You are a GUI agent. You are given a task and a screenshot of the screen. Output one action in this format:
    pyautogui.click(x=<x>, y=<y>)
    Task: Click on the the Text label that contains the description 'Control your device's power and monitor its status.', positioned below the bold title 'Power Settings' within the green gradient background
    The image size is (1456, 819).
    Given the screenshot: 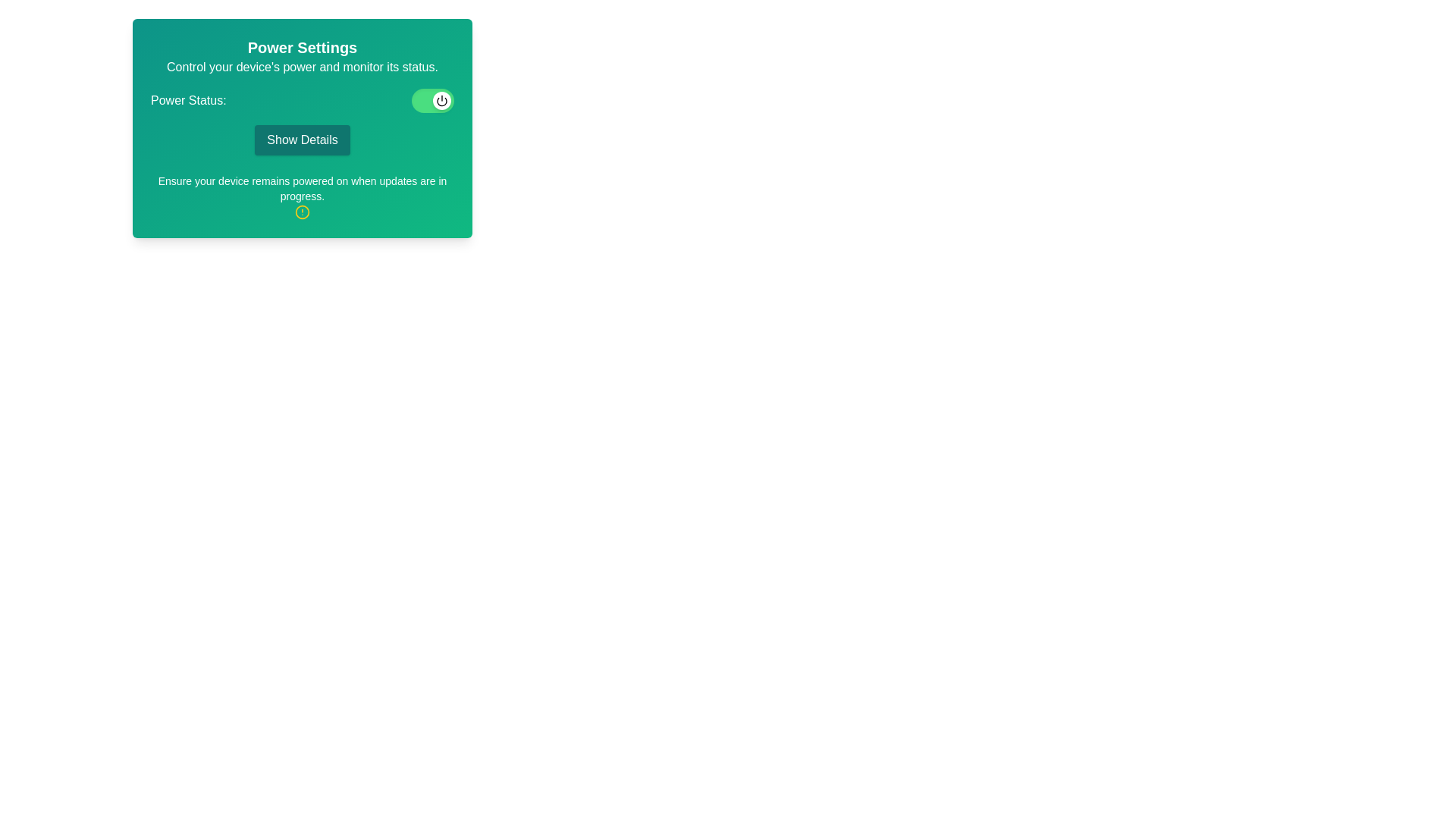 What is the action you would take?
    pyautogui.click(x=302, y=66)
    